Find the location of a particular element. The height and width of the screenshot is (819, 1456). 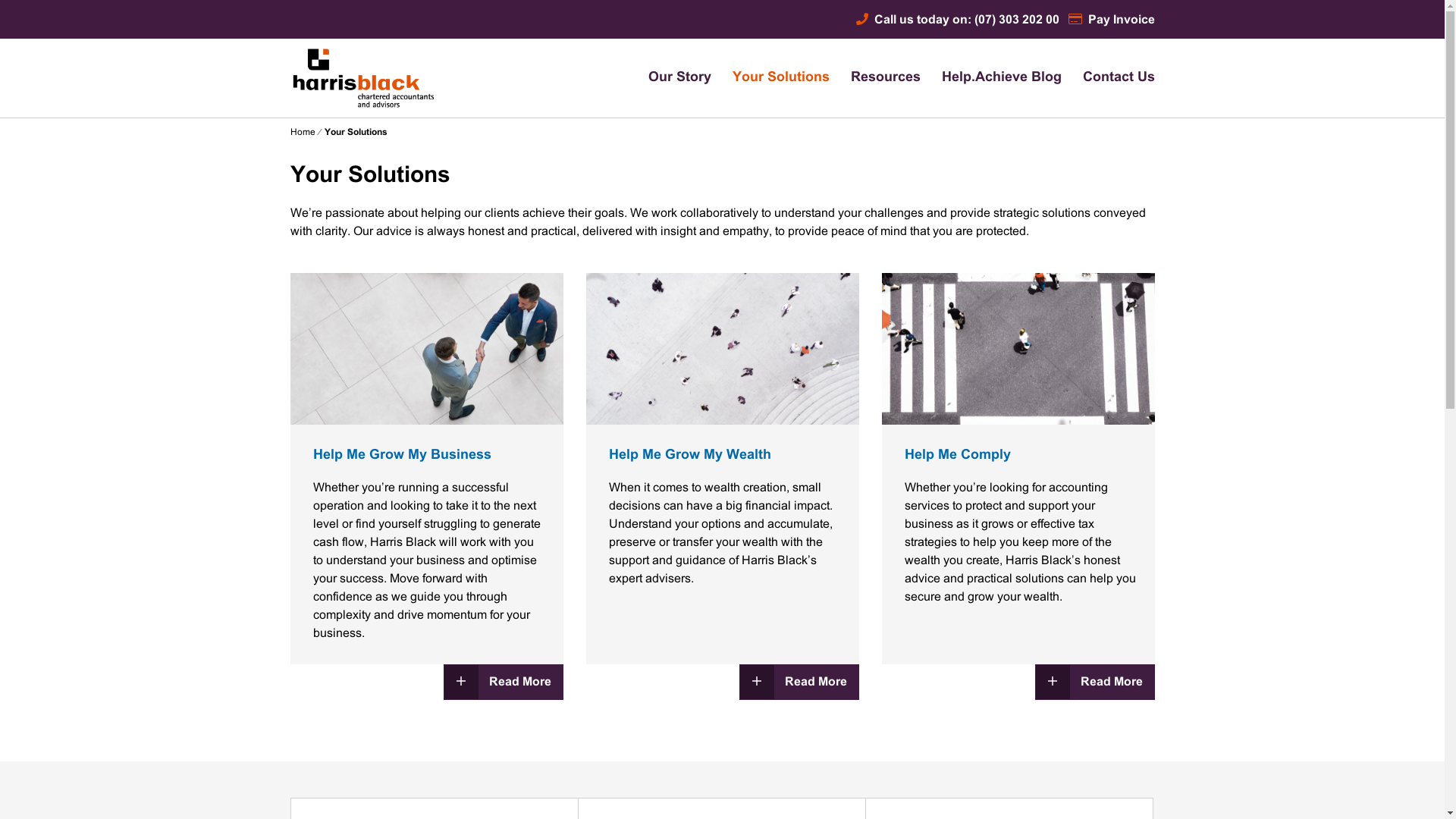

'Help.Achieve Blog' is located at coordinates (1001, 78).